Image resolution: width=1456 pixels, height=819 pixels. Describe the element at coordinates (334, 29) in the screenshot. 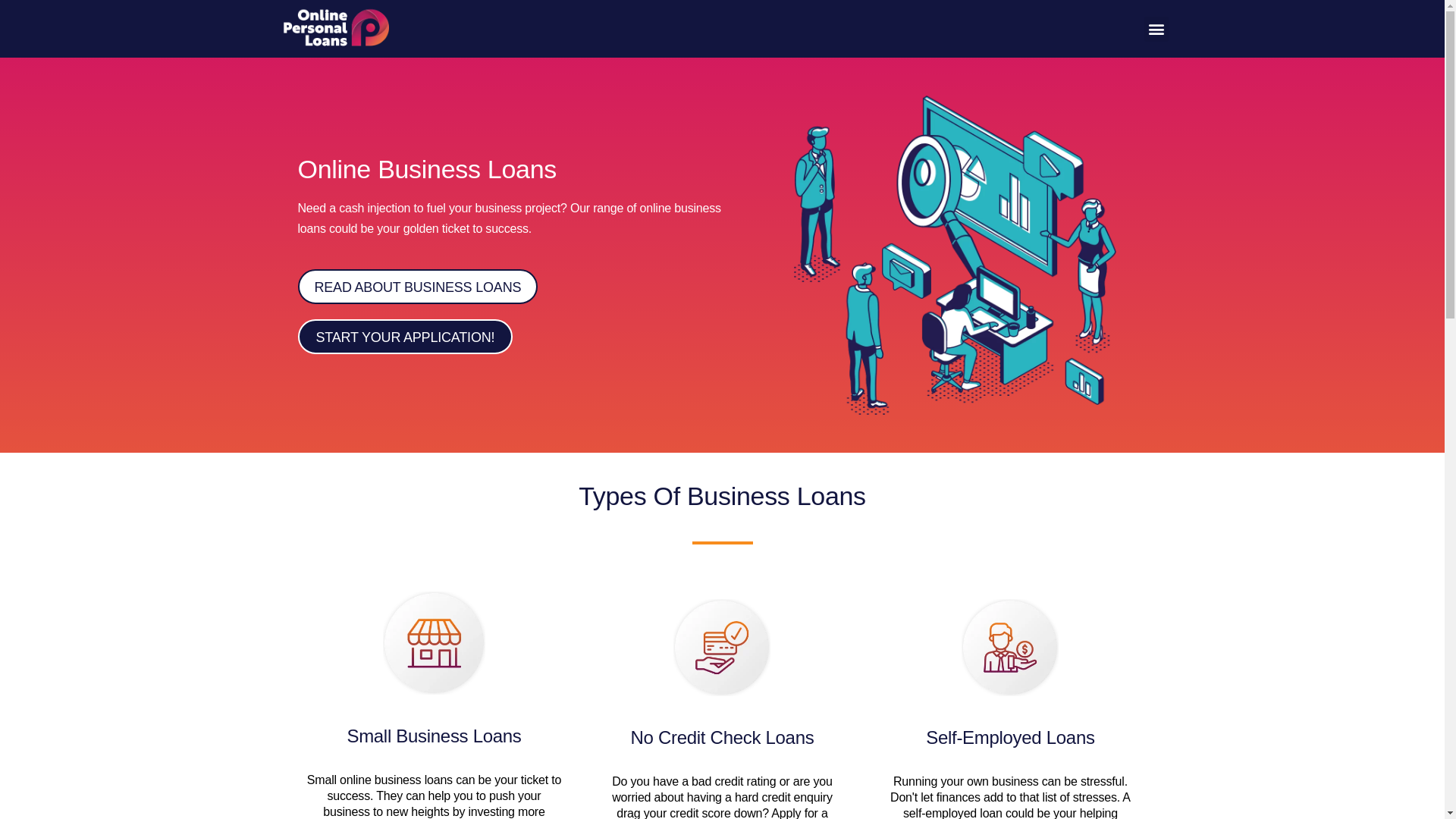

I see `'online-personal-loans-logox2.png'` at that location.